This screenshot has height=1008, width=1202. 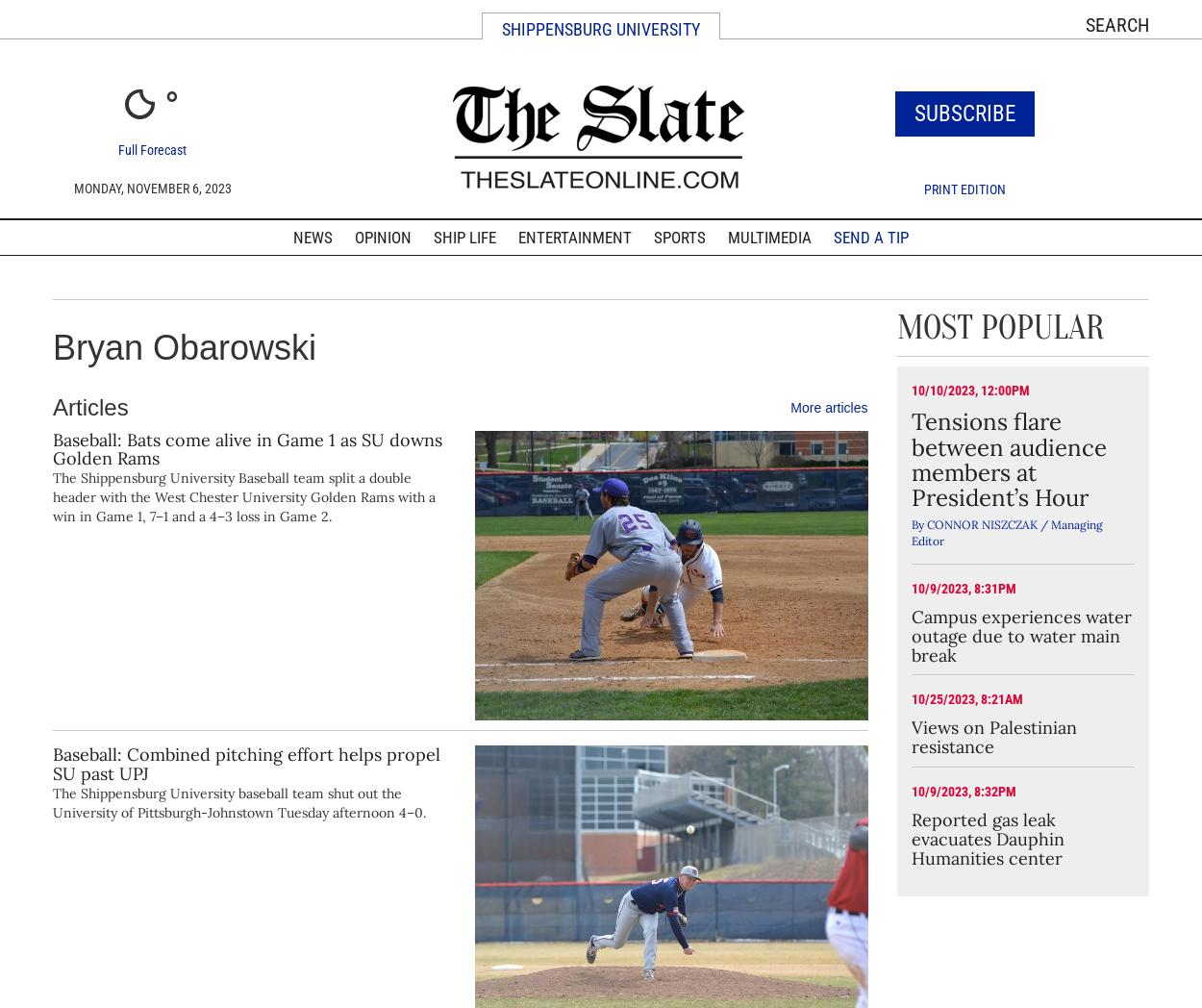 What do you see at coordinates (679, 236) in the screenshot?
I see `'Sports'` at bounding box center [679, 236].